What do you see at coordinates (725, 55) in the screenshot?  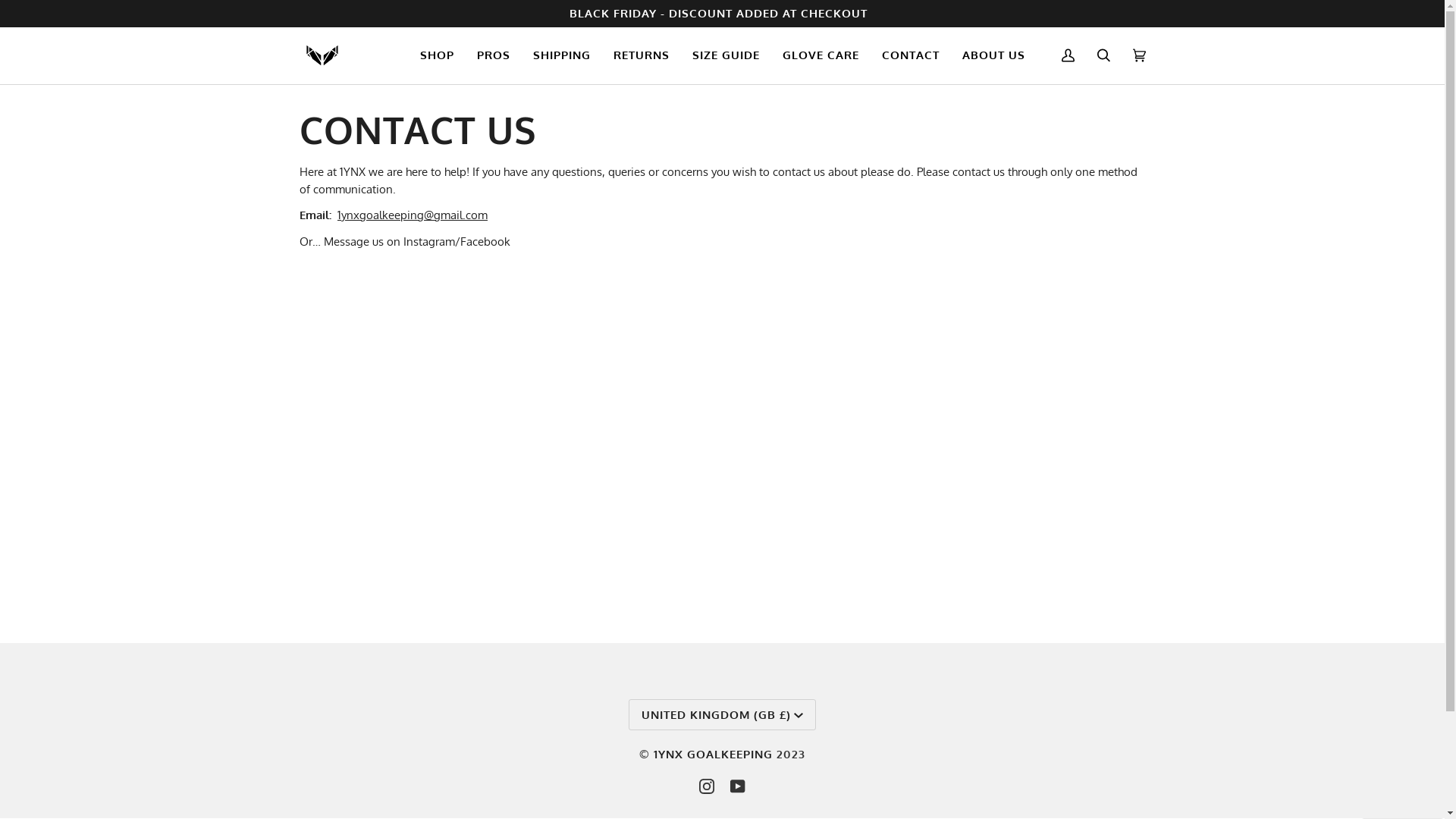 I see `'SIZE GUIDE'` at bounding box center [725, 55].